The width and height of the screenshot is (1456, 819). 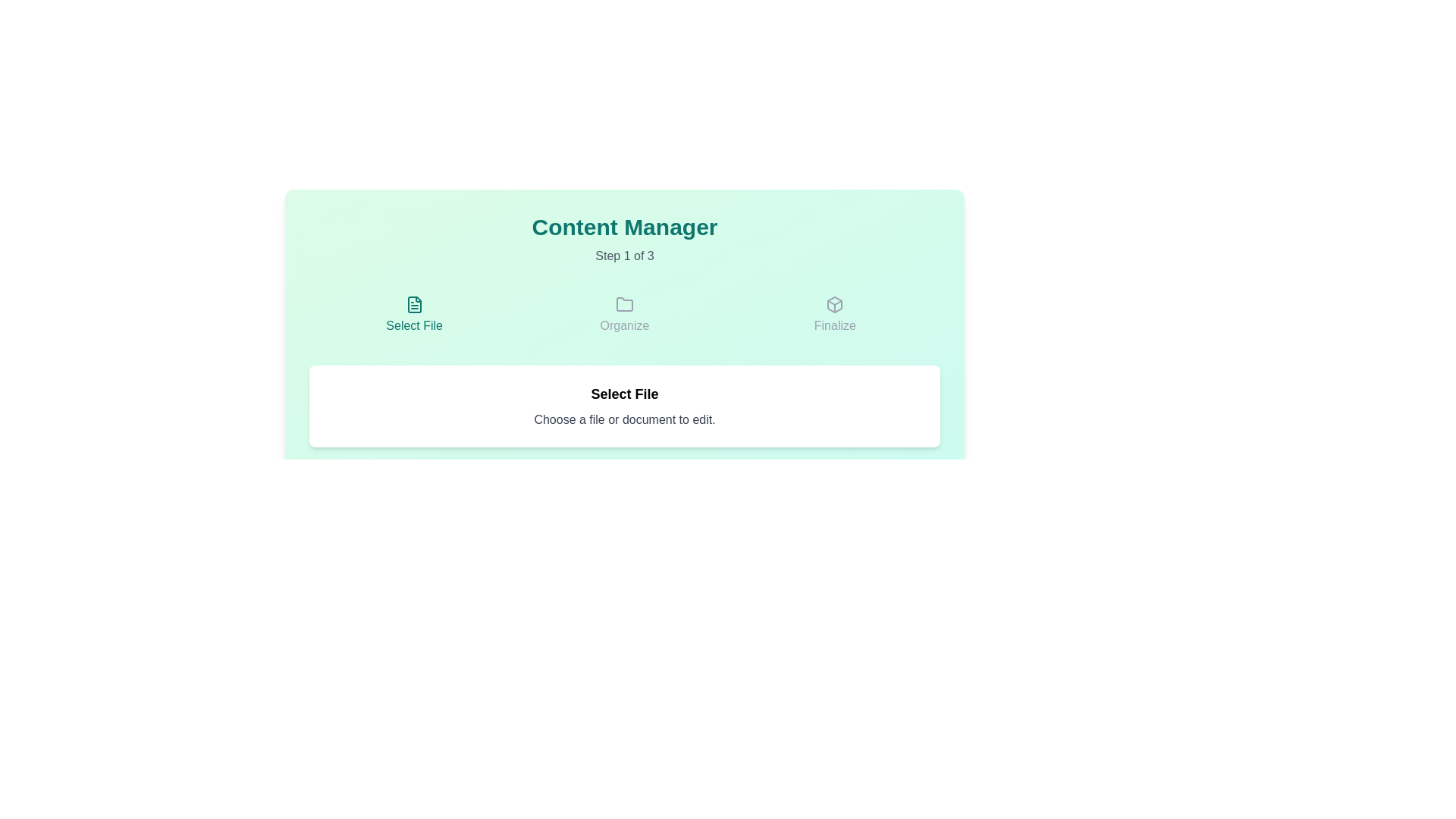 I want to click on the folder icon representing the 'Organize' step in the process, located in the central section of a three-column layout, so click(x=625, y=304).